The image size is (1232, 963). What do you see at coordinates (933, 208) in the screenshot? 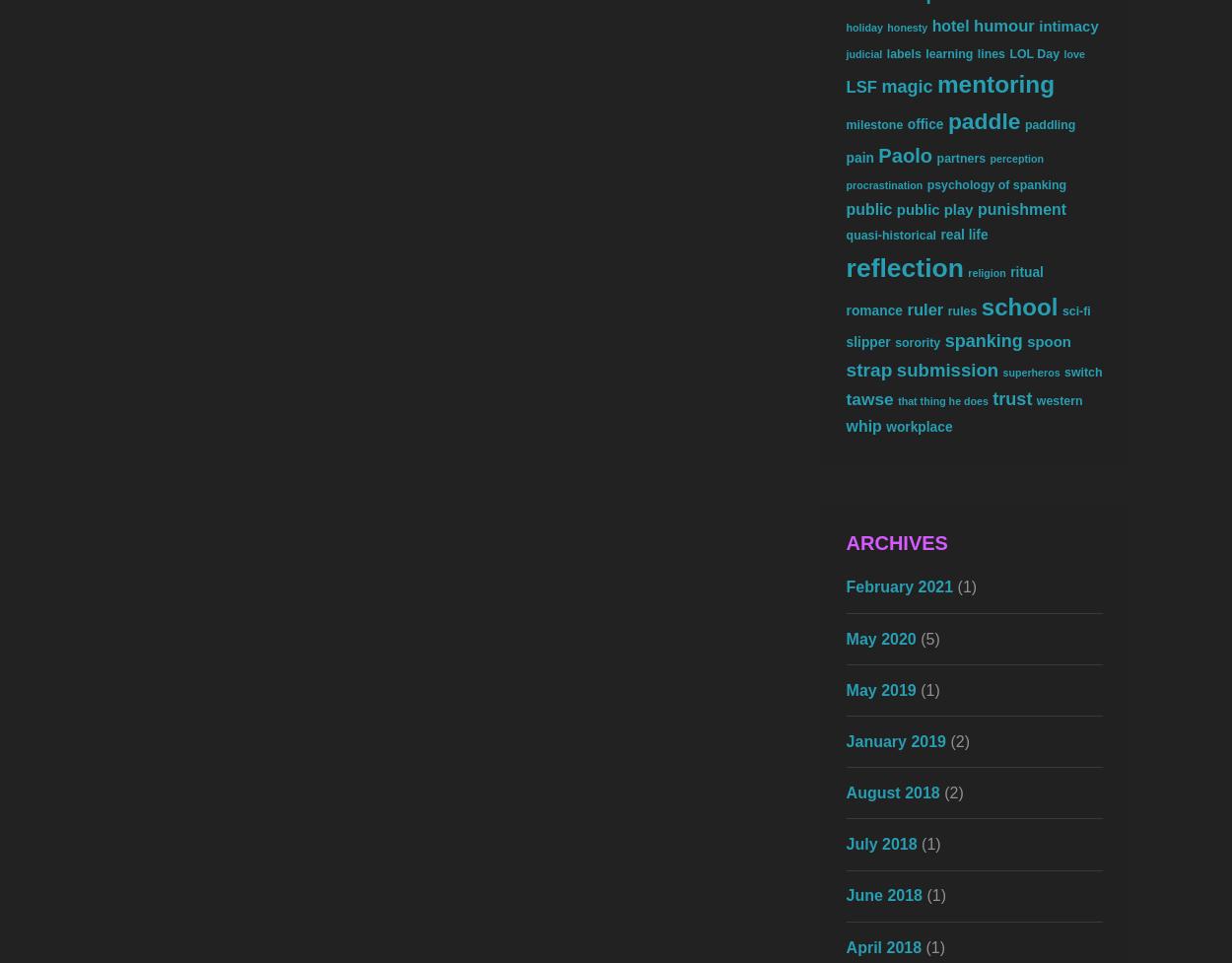
I see `'public play'` at bounding box center [933, 208].